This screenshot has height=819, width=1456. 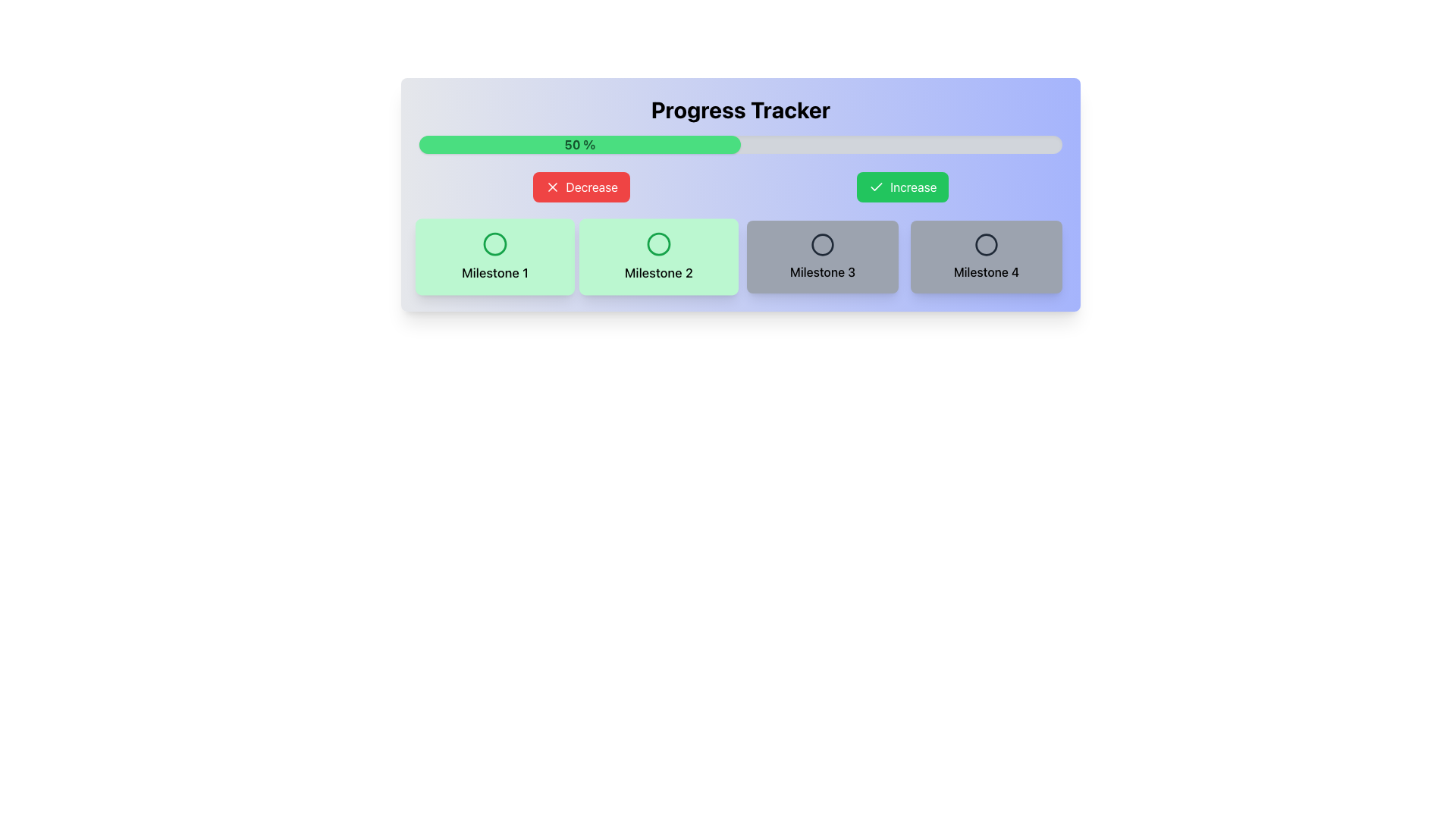 What do you see at coordinates (551, 186) in the screenshot?
I see `the red 'X' icon inside the 'Decrease' button, which indicates a dismiss or reduction action` at bounding box center [551, 186].